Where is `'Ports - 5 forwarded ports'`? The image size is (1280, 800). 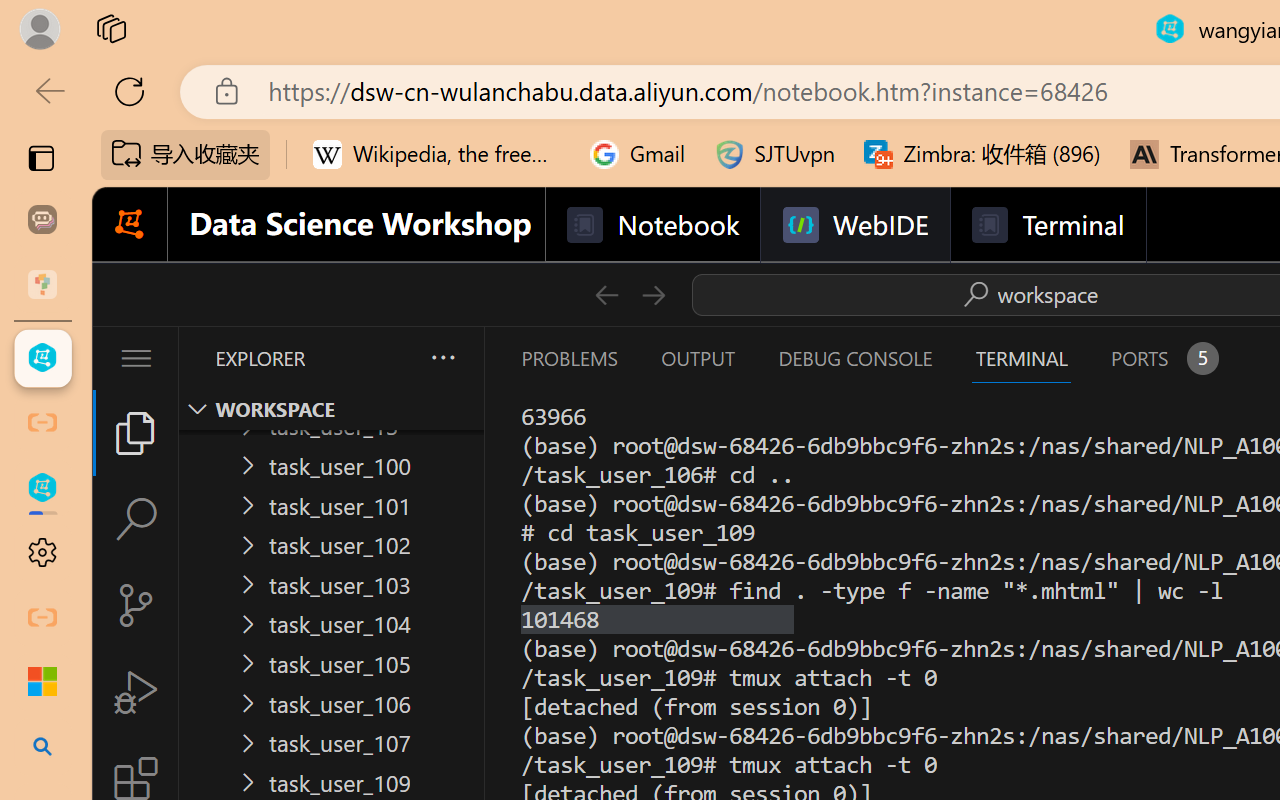 'Ports - 5 forwarded ports' is located at coordinates (1162, 358).